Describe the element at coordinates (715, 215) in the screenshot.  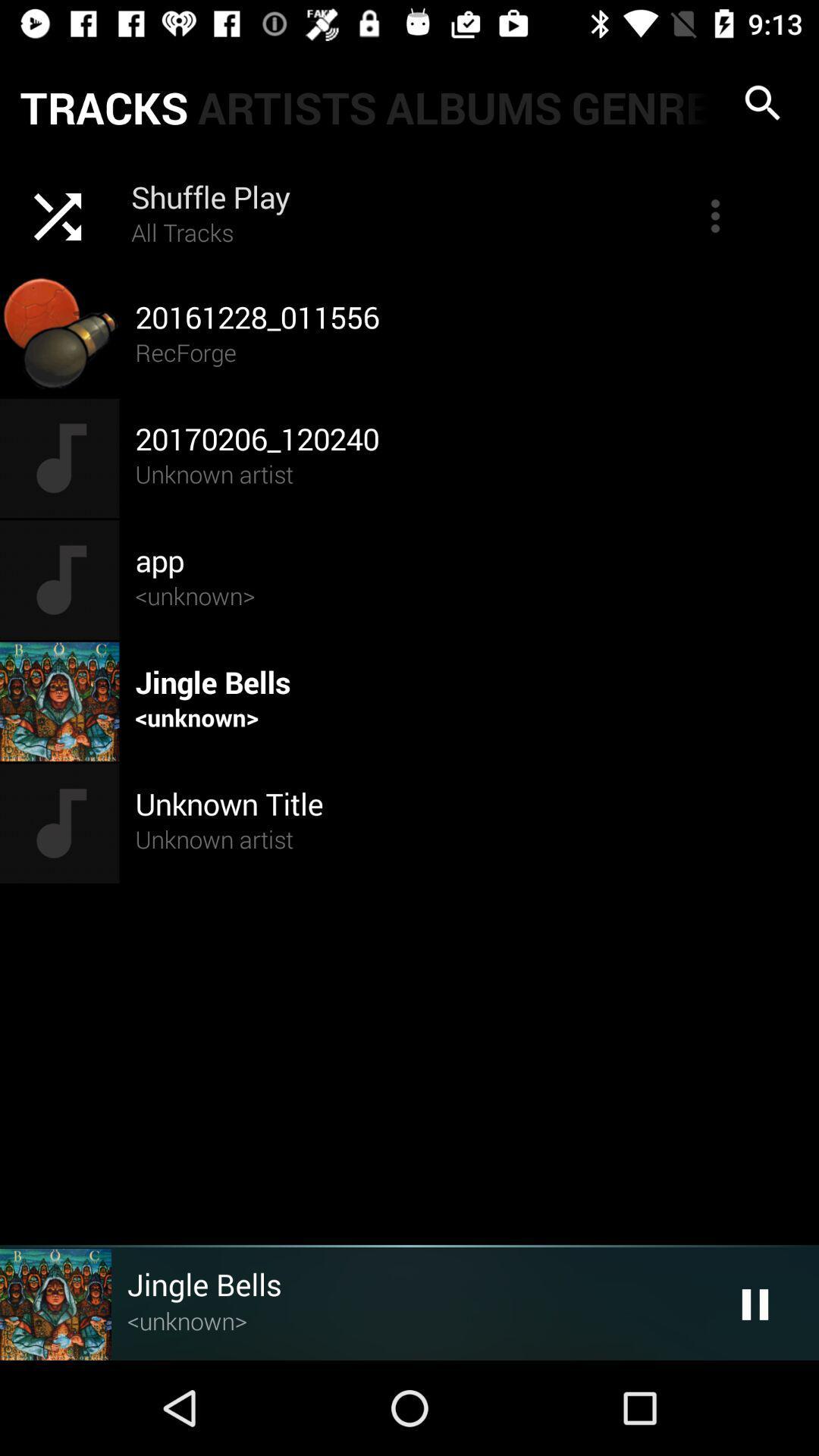
I see `options` at that location.